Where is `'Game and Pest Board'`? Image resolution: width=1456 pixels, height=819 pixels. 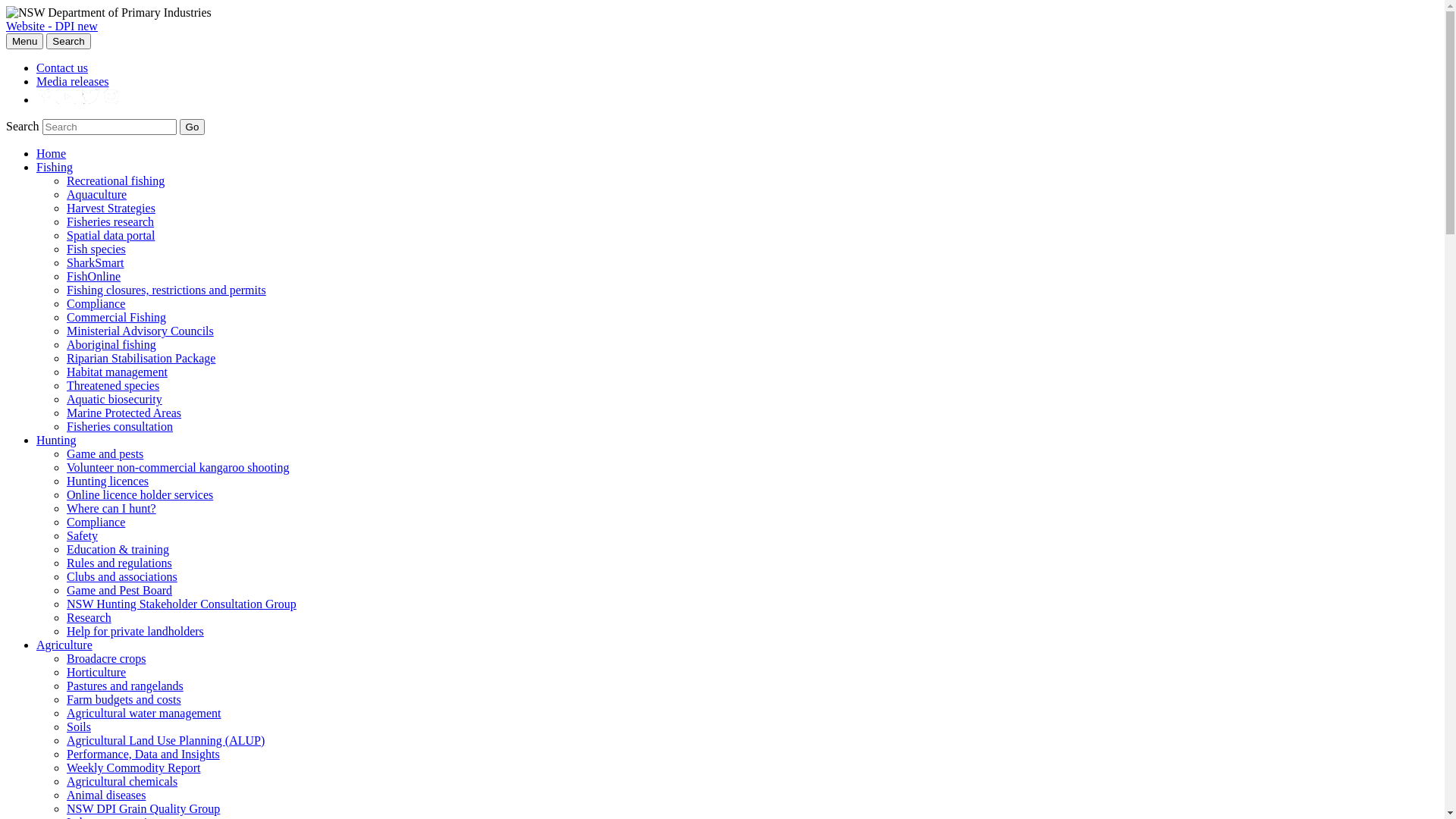
'Game and Pest Board' is located at coordinates (118, 589).